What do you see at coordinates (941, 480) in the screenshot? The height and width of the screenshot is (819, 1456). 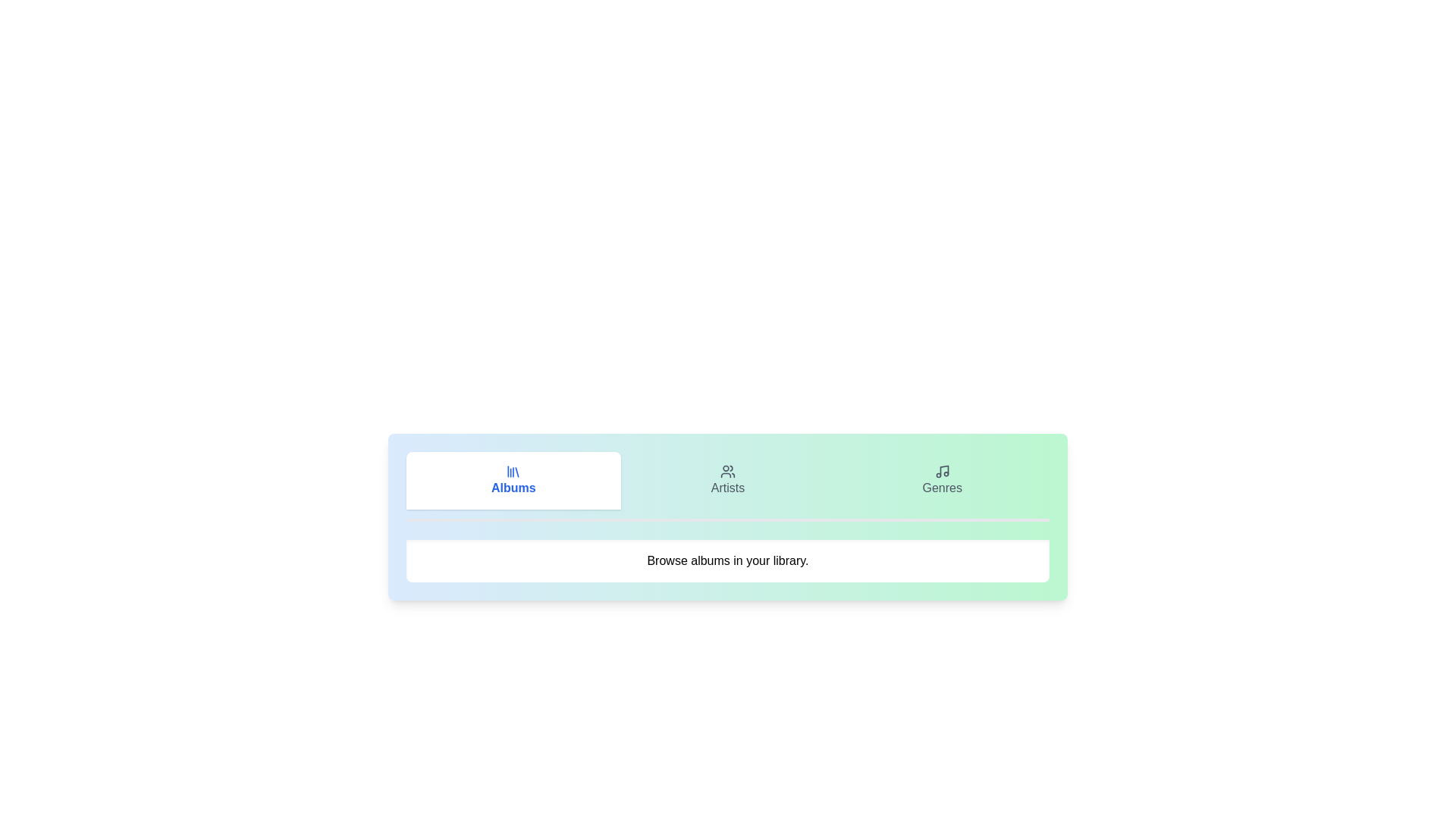 I see `the Genres tab by clicking on its button` at bounding box center [941, 480].